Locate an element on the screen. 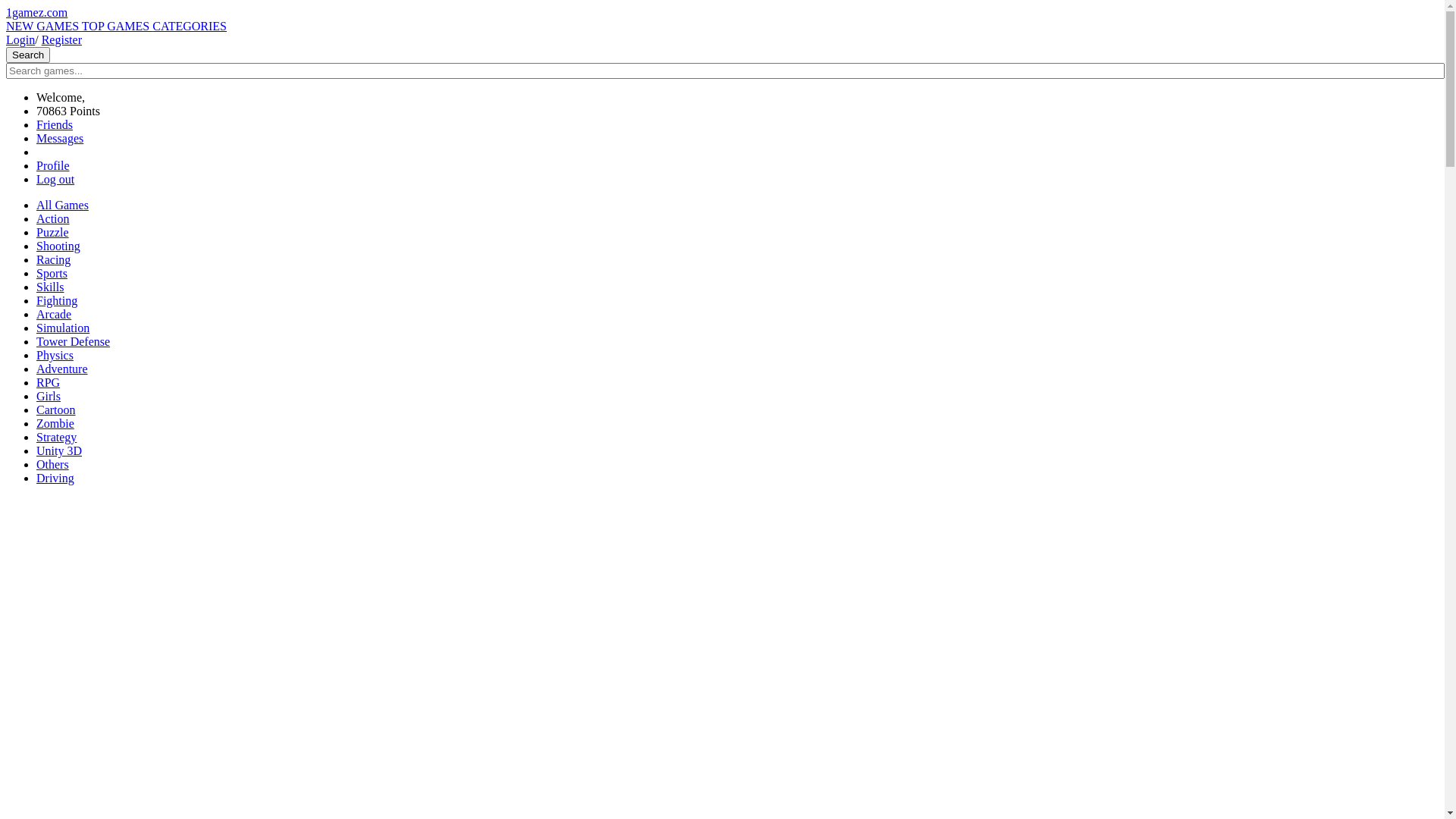 Image resolution: width=1456 pixels, height=819 pixels. 'Physics' is located at coordinates (55, 355).